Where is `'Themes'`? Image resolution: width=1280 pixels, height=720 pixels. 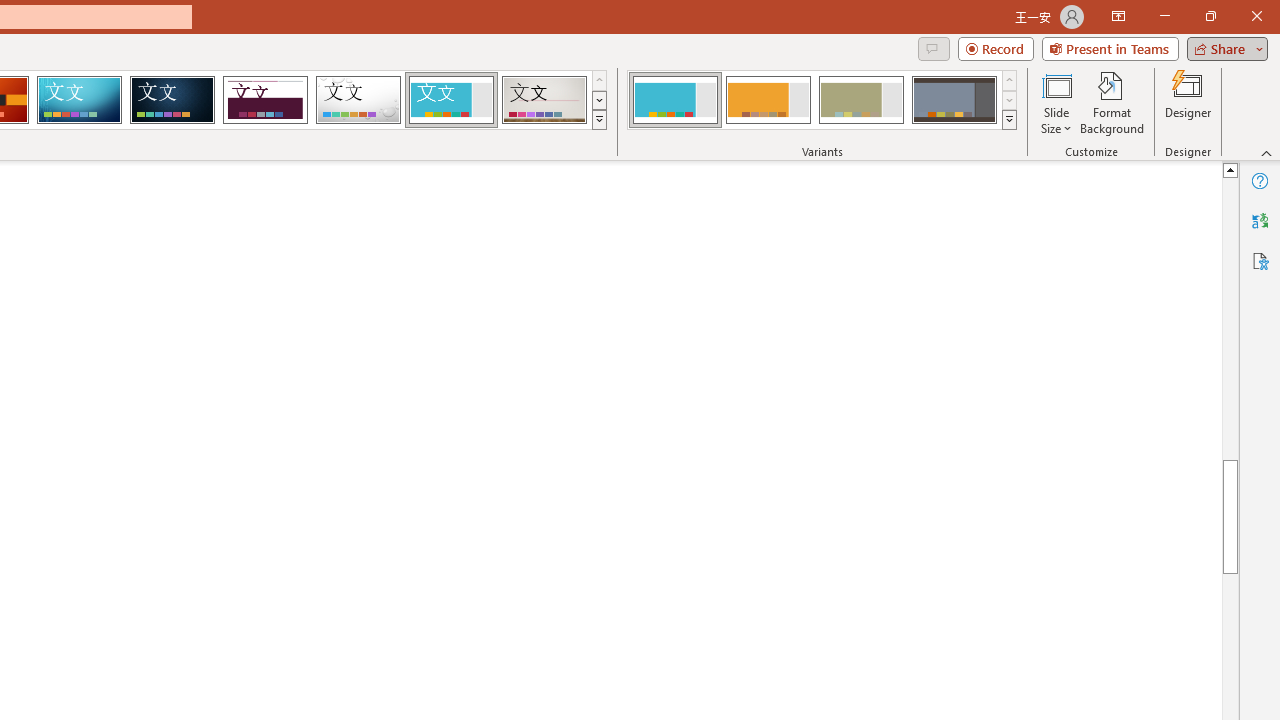
'Themes' is located at coordinates (598, 120).